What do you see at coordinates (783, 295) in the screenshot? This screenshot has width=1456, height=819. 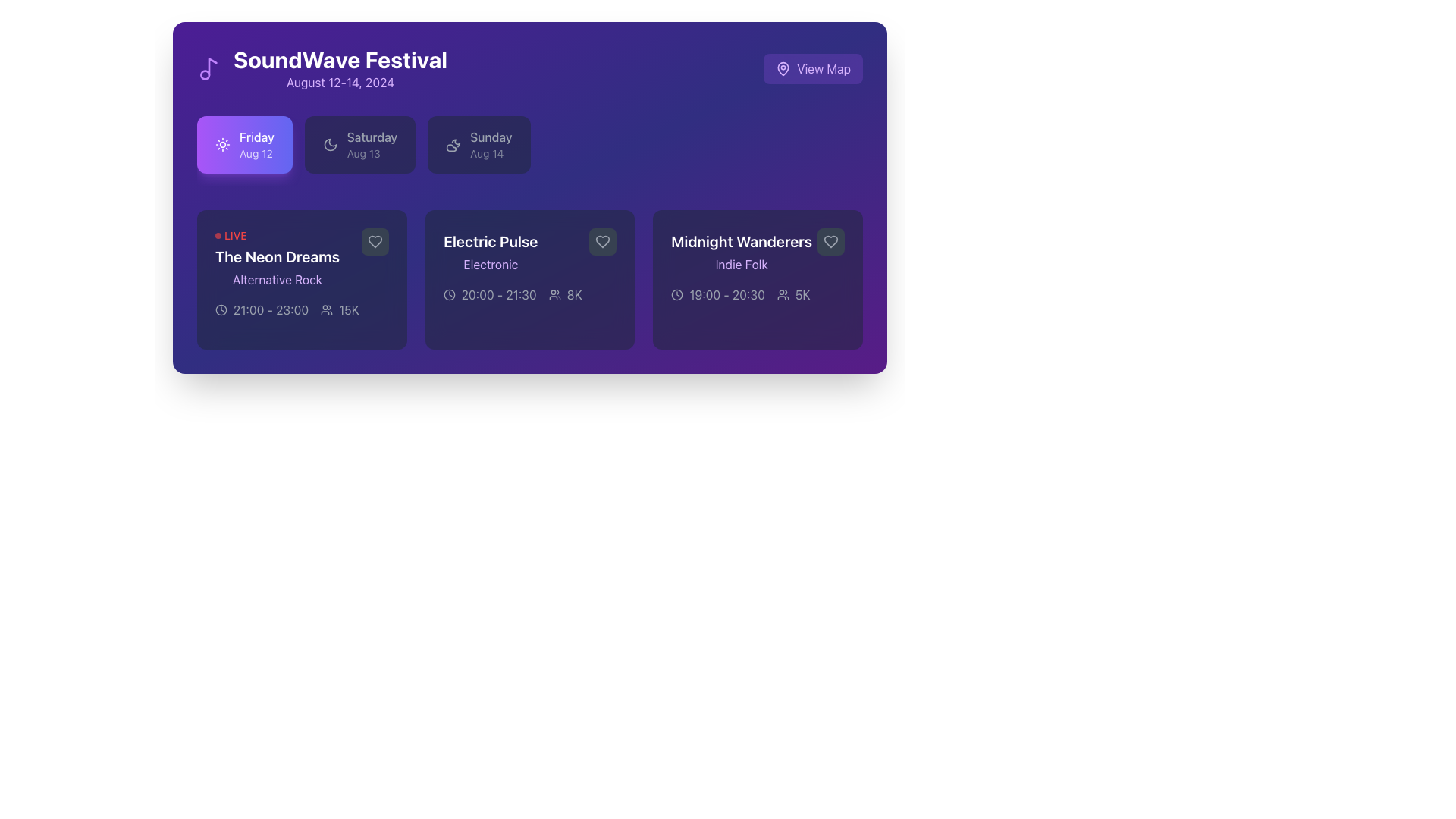 I see `the user count icon that represents an audience metric, which is positioned to the left of the '5K' text label in the bottom-right card of the interface` at bounding box center [783, 295].